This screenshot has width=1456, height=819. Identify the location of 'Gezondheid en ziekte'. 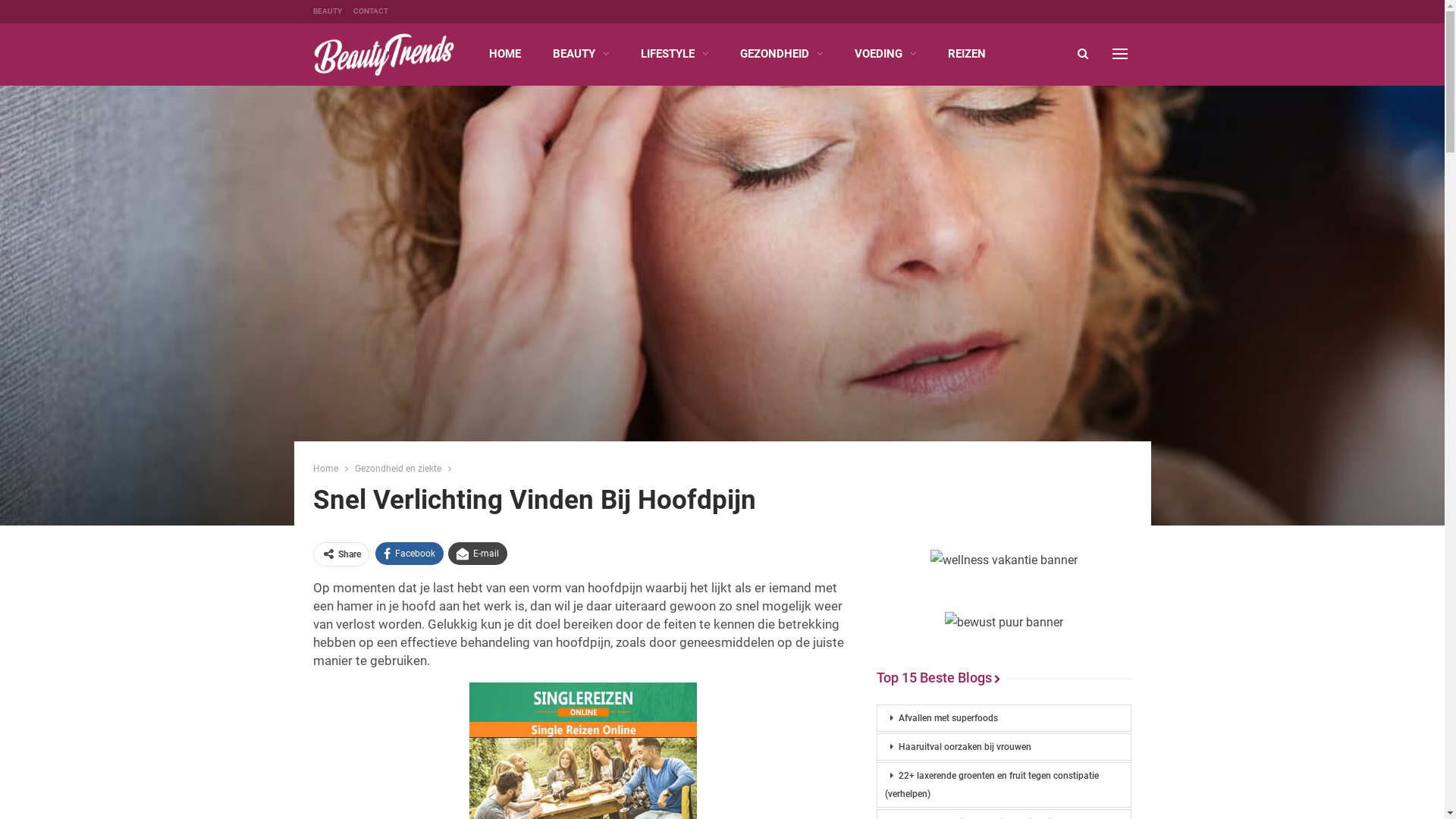
(397, 467).